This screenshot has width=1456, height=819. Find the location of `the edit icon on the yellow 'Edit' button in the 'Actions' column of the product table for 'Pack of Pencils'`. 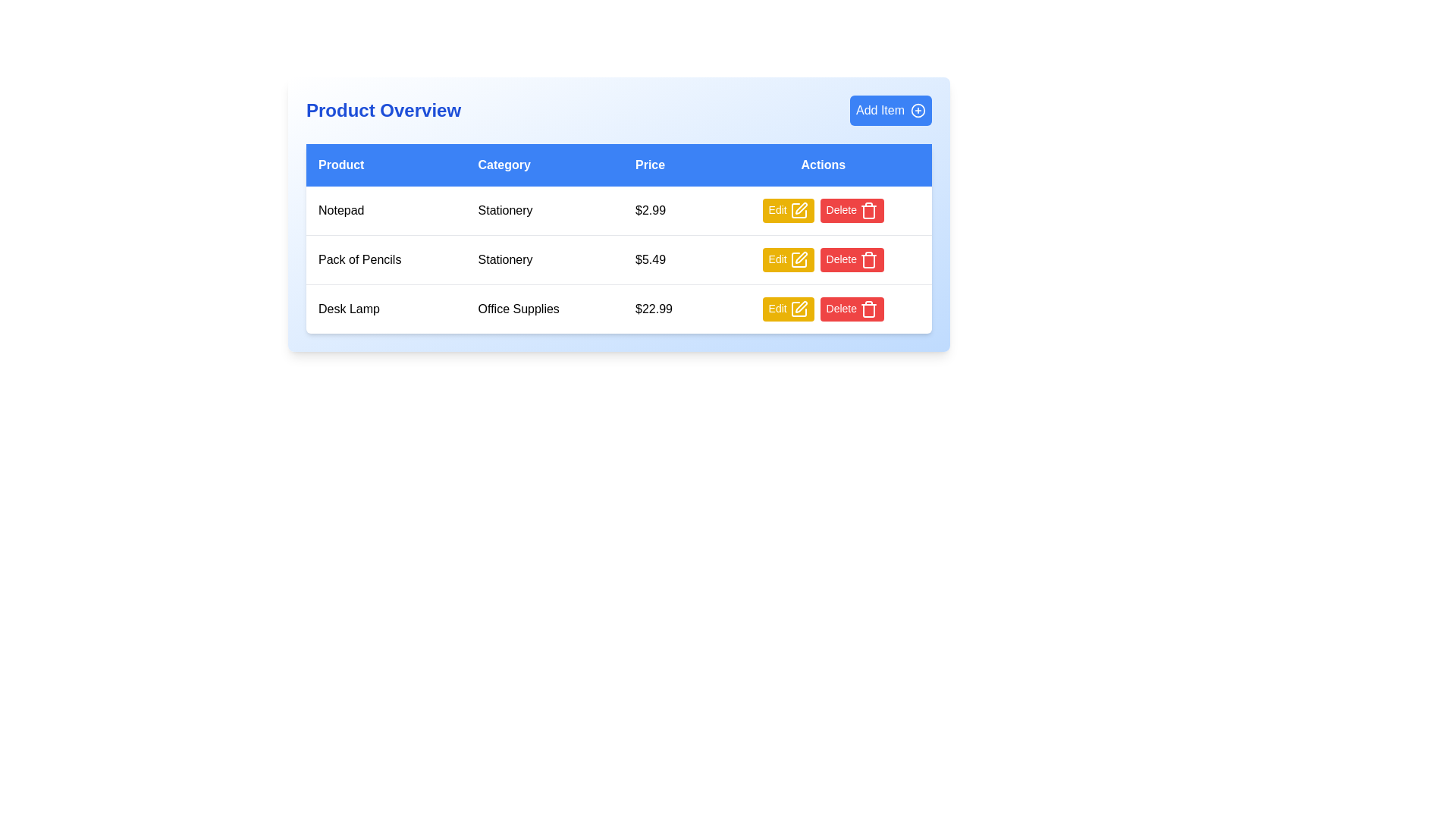

the edit icon on the yellow 'Edit' button in the 'Actions' column of the product table for 'Pack of Pencils' is located at coordinates (798, 259).